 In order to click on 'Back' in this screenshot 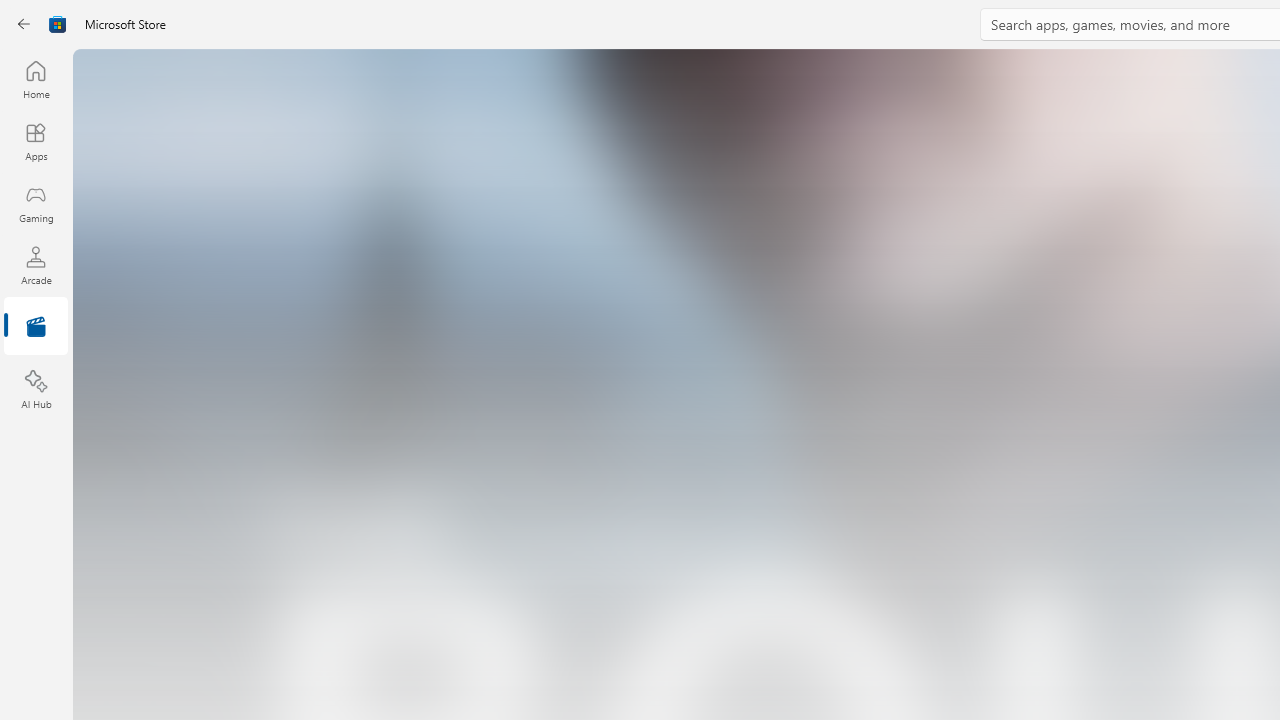, I will do `click(24, 24)`.